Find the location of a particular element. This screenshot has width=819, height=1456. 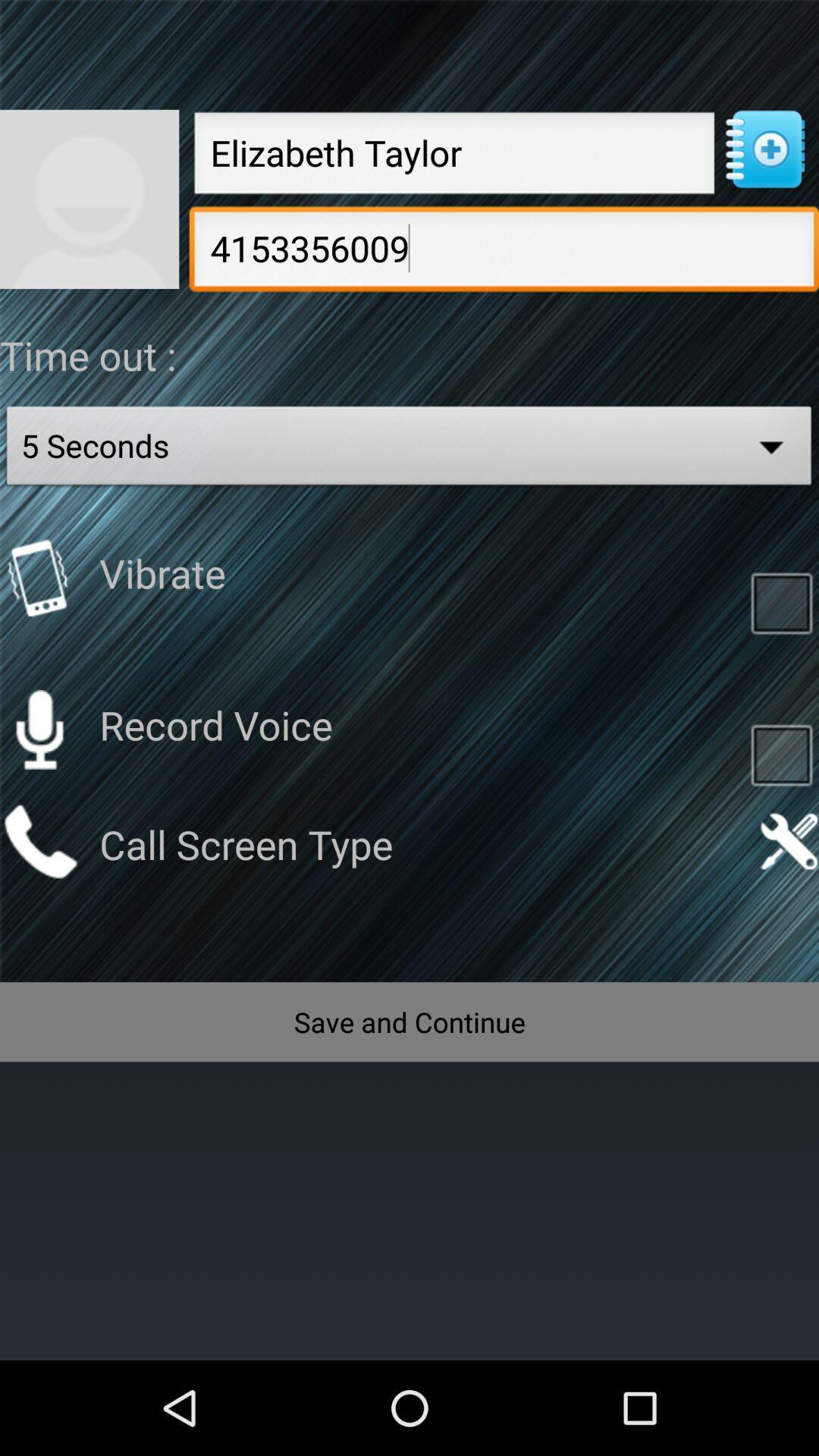

picture is located at coordinates (89, 198).